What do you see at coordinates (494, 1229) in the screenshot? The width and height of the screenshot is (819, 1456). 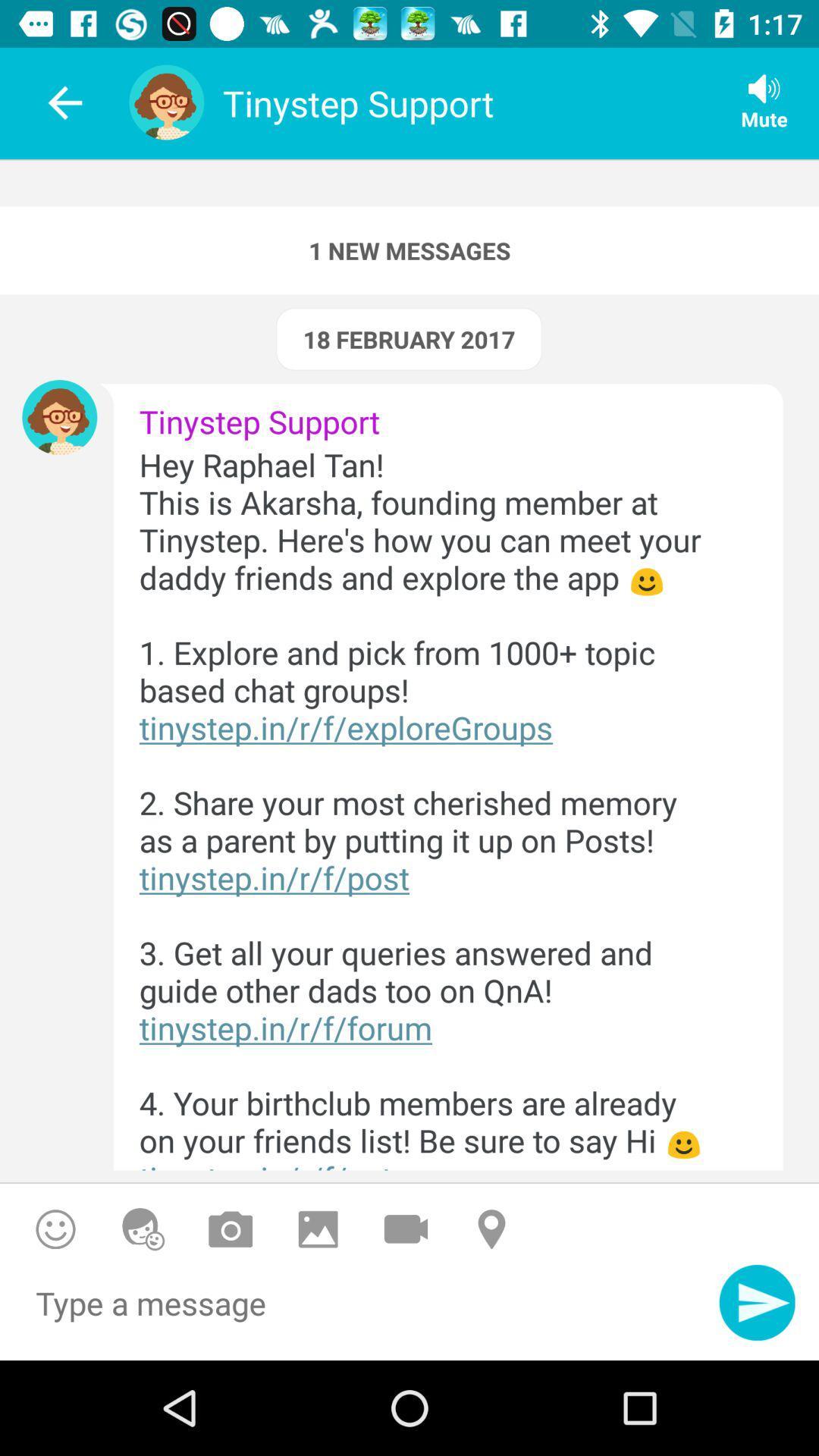 I see `the location icon` at bounding box center [494, 1229].